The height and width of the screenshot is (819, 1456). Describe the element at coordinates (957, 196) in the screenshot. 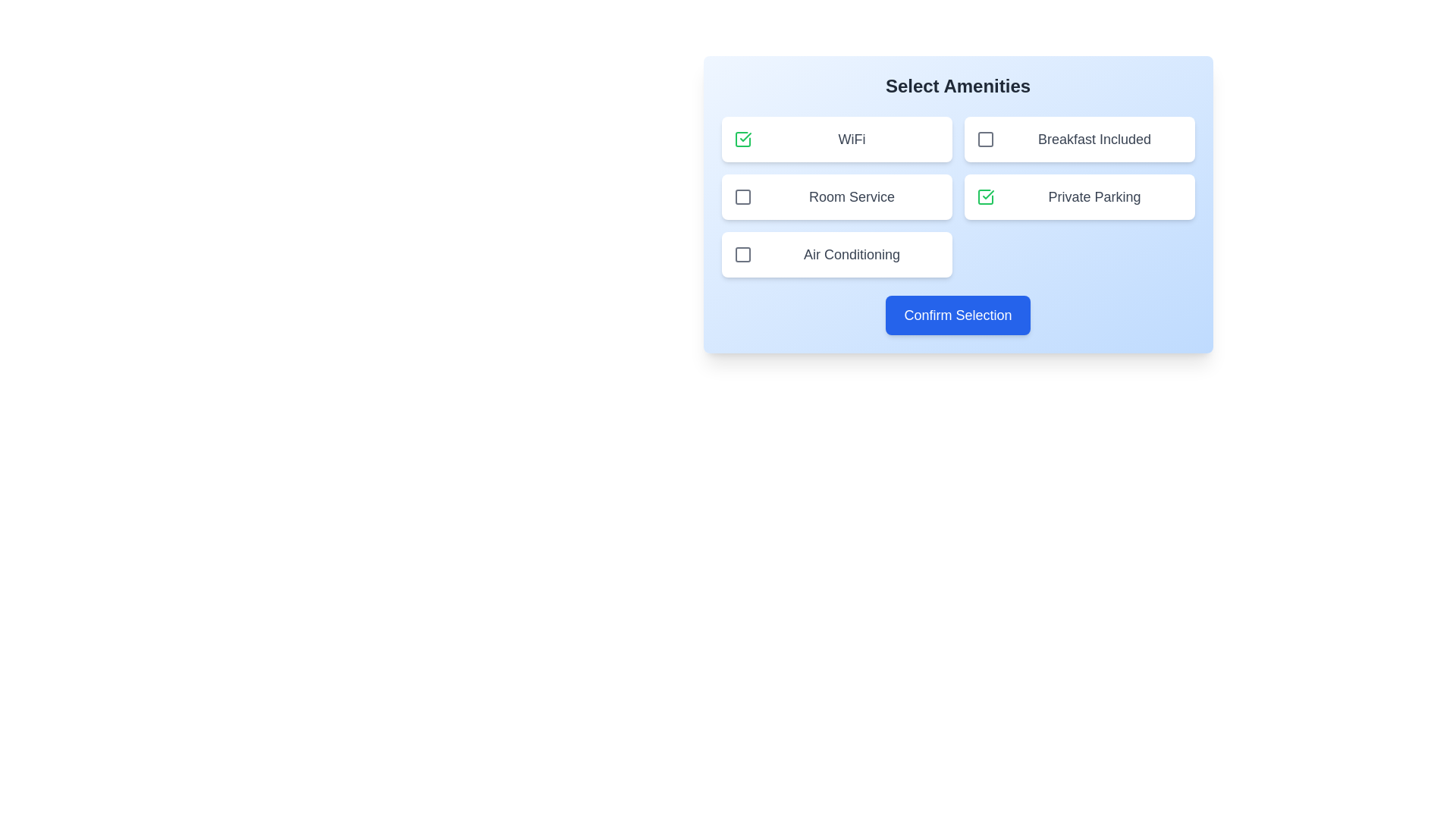

I see `the checkbox of an amenity in the grid layout` at that location.